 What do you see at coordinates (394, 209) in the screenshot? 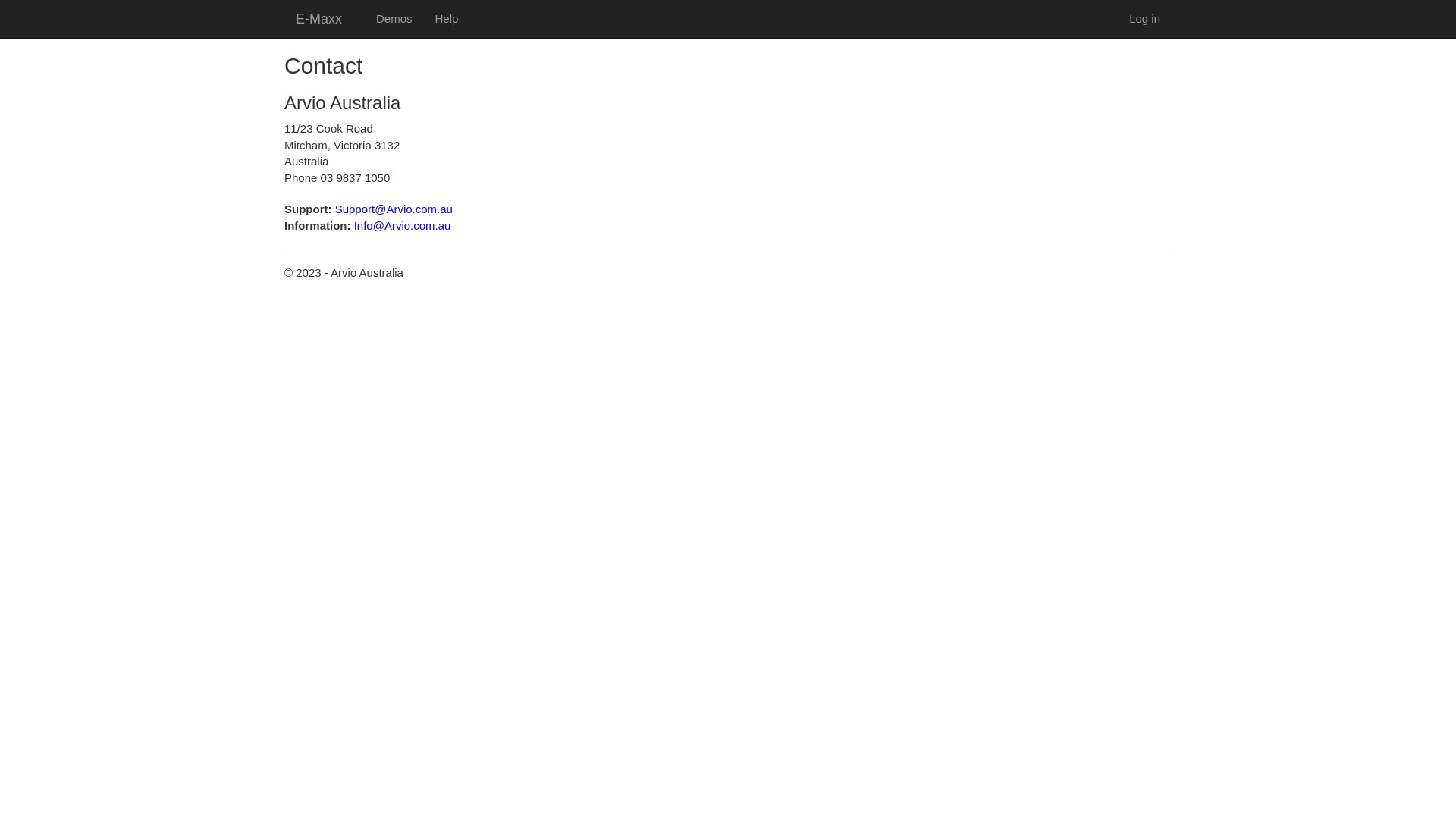
I see `'Support@Arvio.com.au'` at bounding box center [394, 209].